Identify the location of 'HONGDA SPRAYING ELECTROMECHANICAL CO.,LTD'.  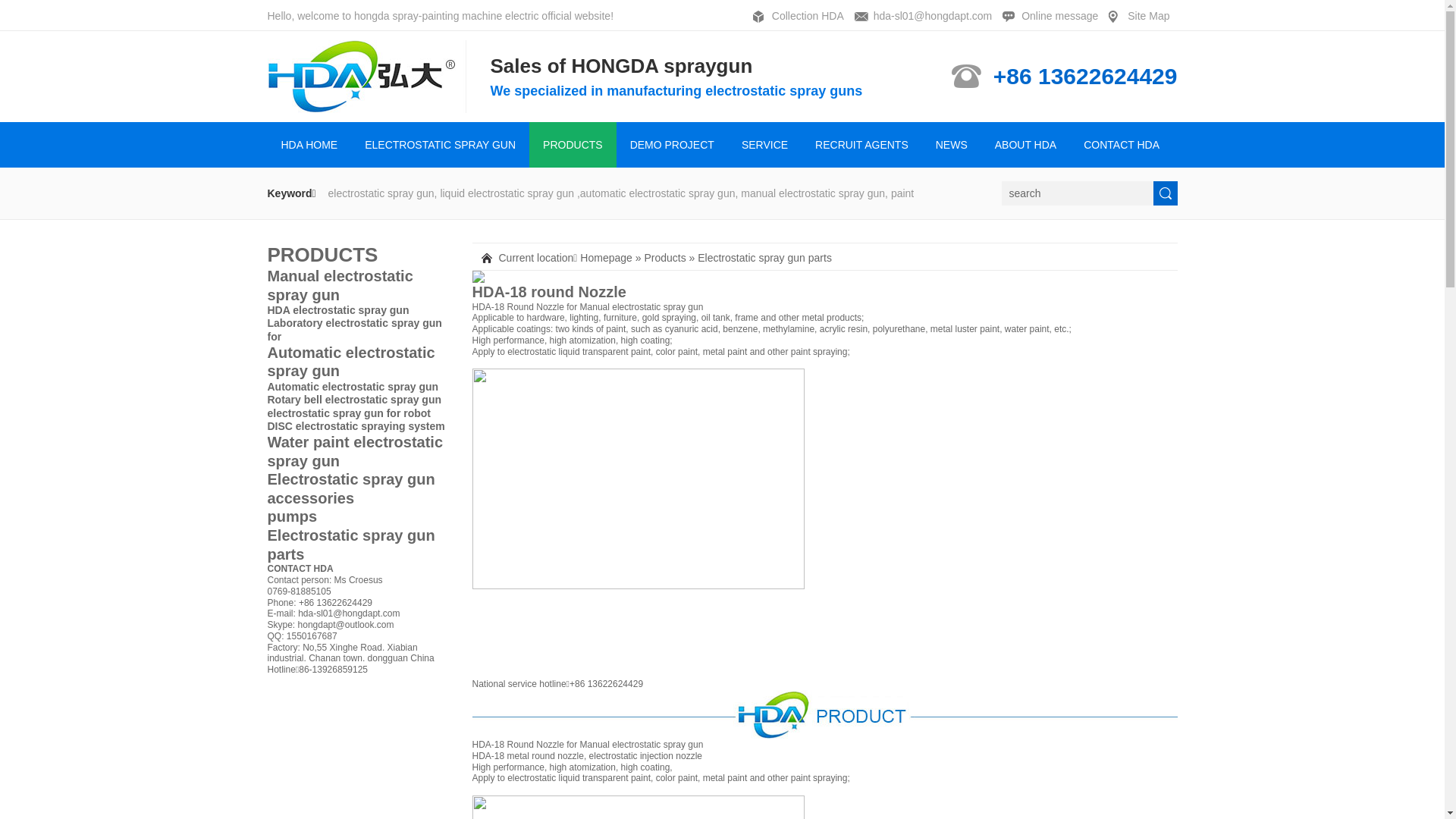
(367, 105).